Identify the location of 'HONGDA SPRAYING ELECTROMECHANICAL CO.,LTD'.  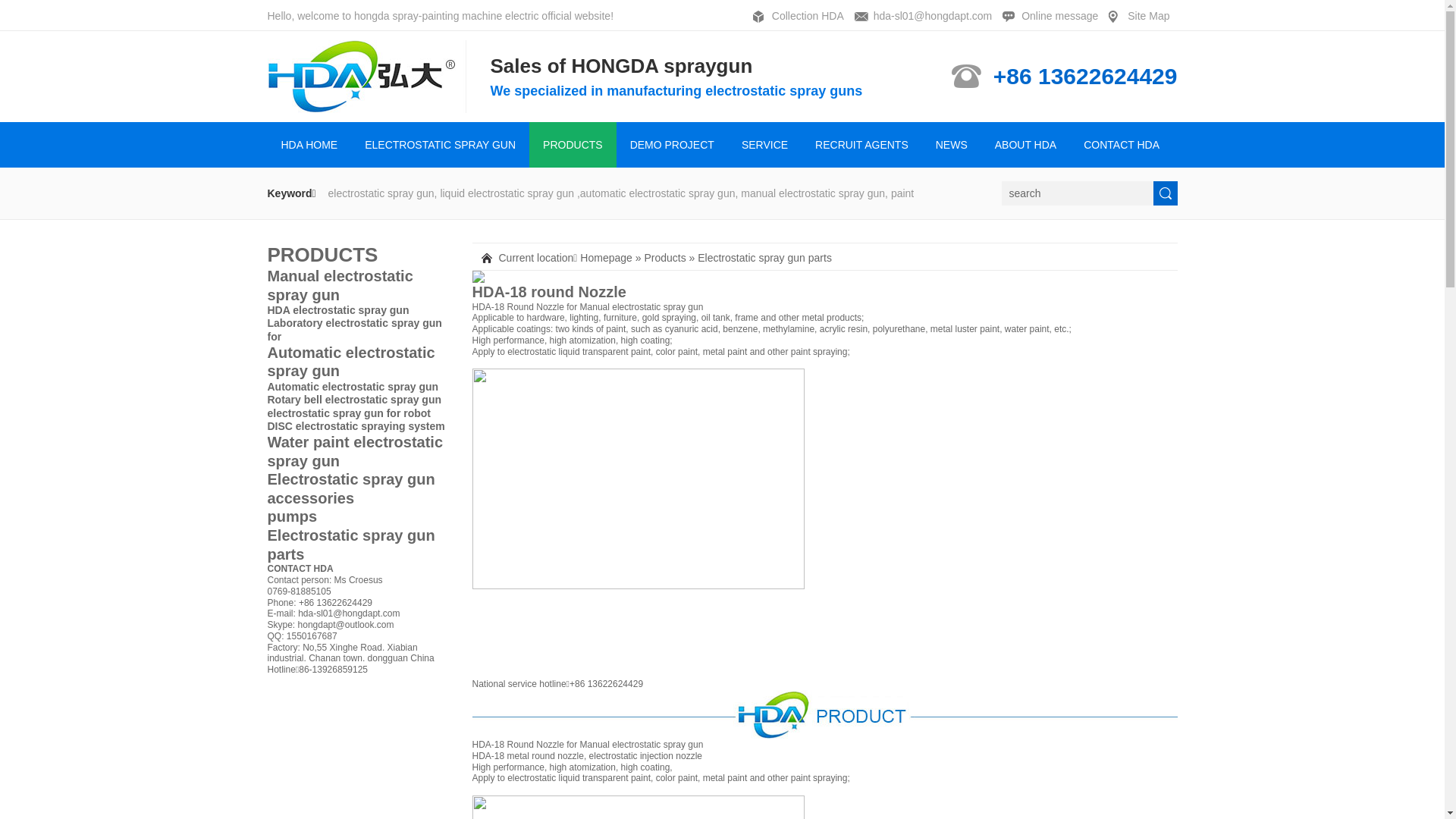
(367, 105).